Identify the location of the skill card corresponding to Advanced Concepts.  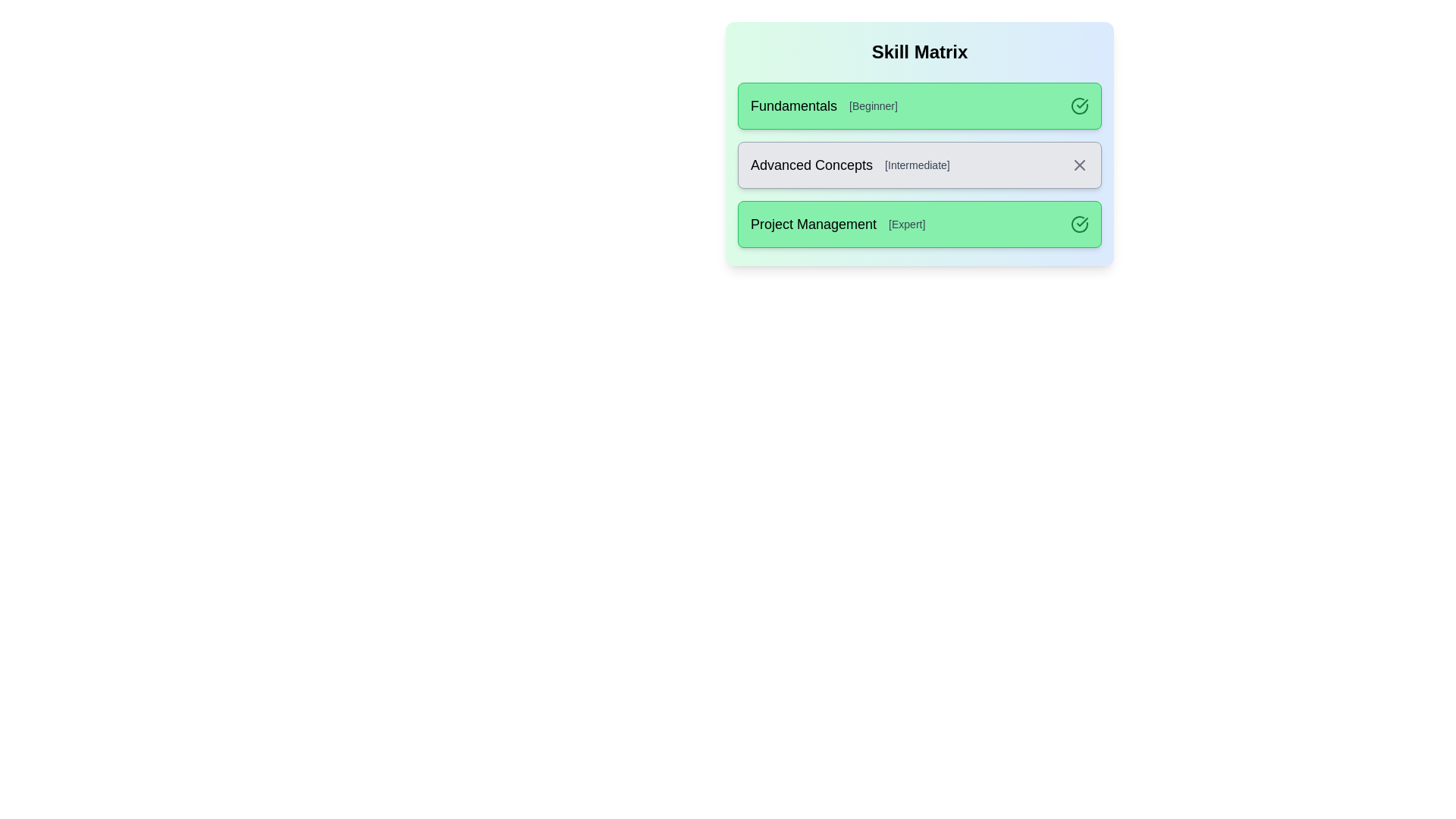
(919, 165).